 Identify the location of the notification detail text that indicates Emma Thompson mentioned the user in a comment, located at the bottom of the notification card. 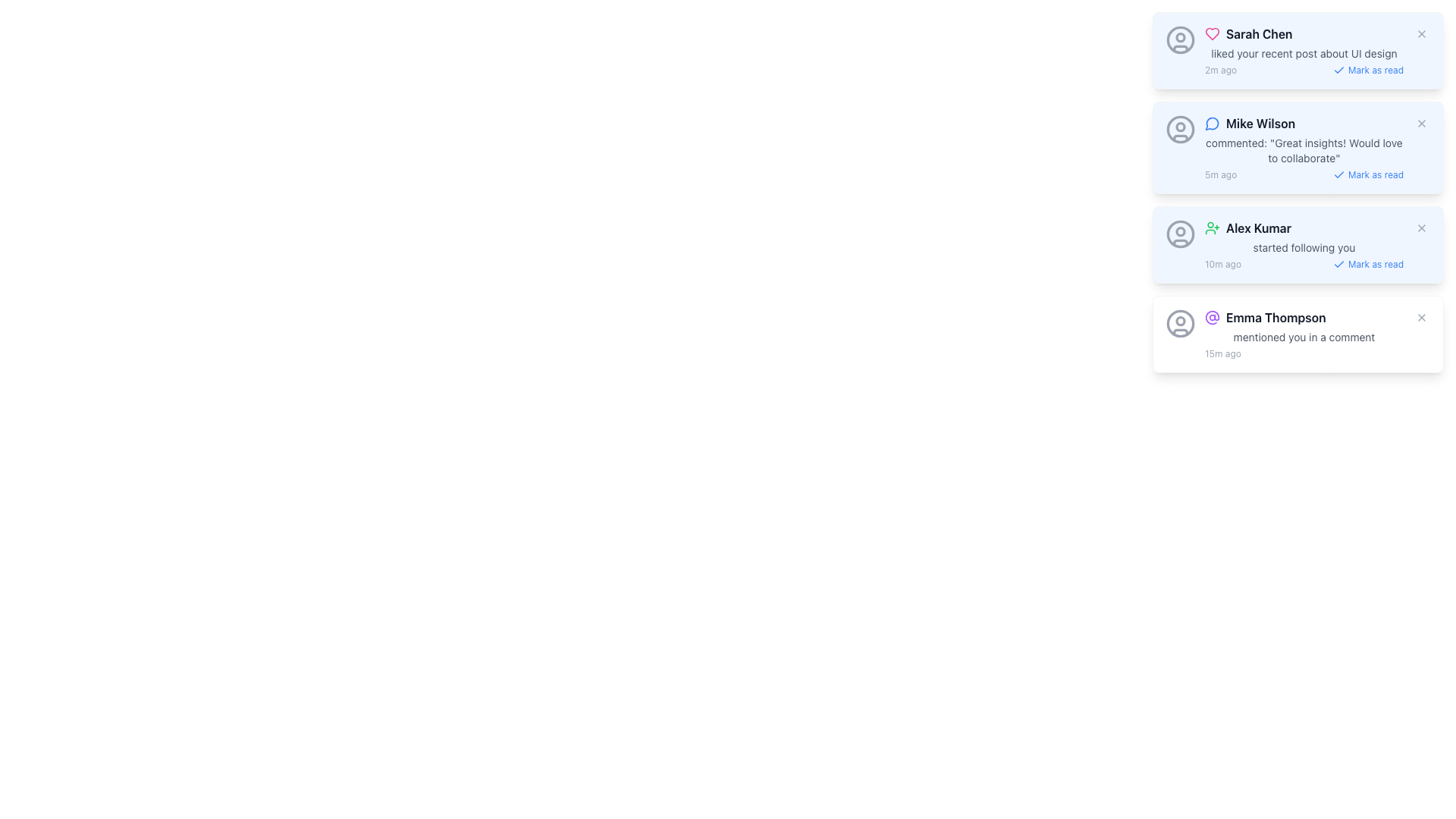
(1303, 336).